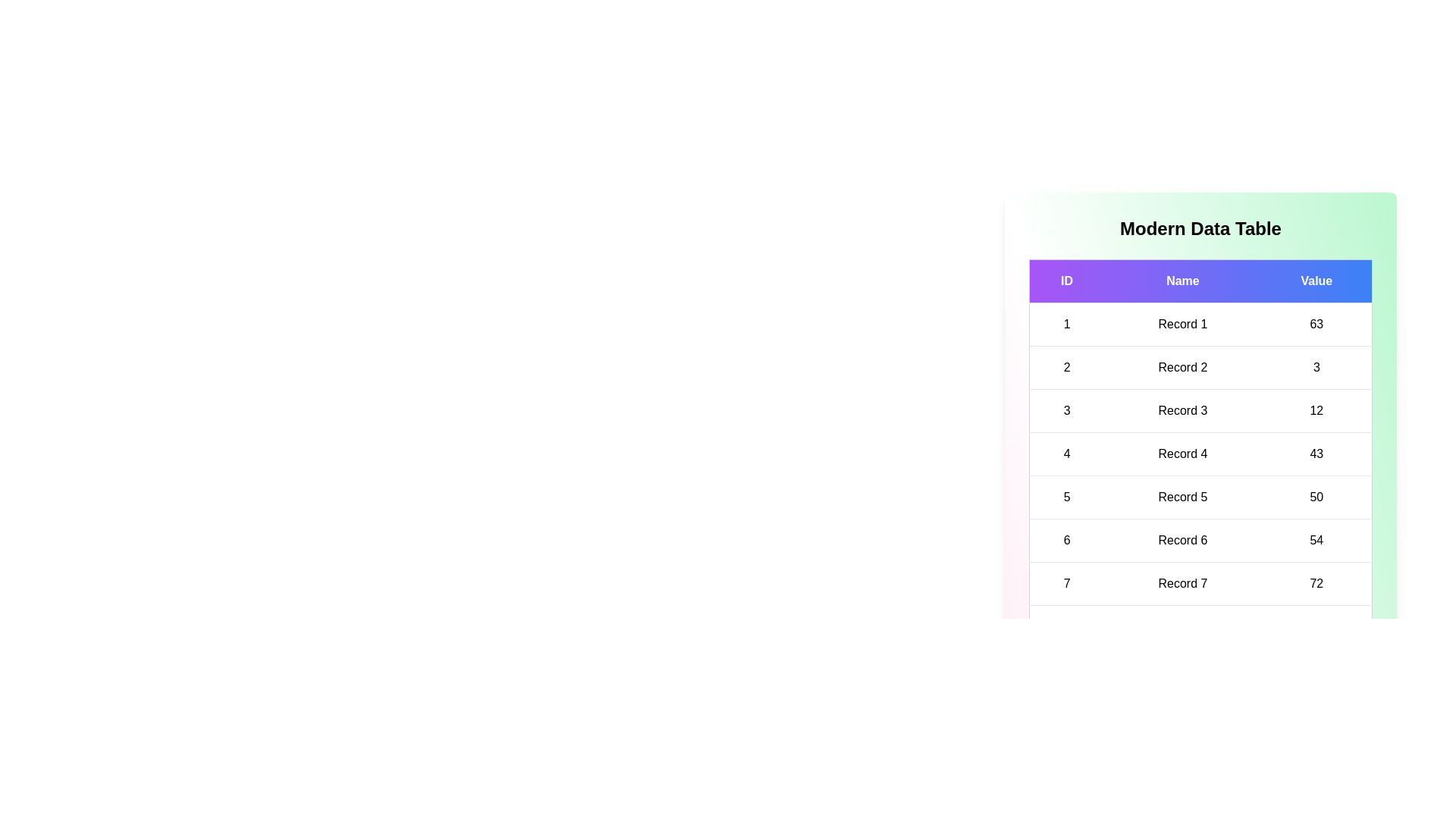 This screenshot has height=819, width=1456. Describe the element at coordinates (1182, 281) in the screenshot. I see `the Name header to sort the table by that column` at that location.